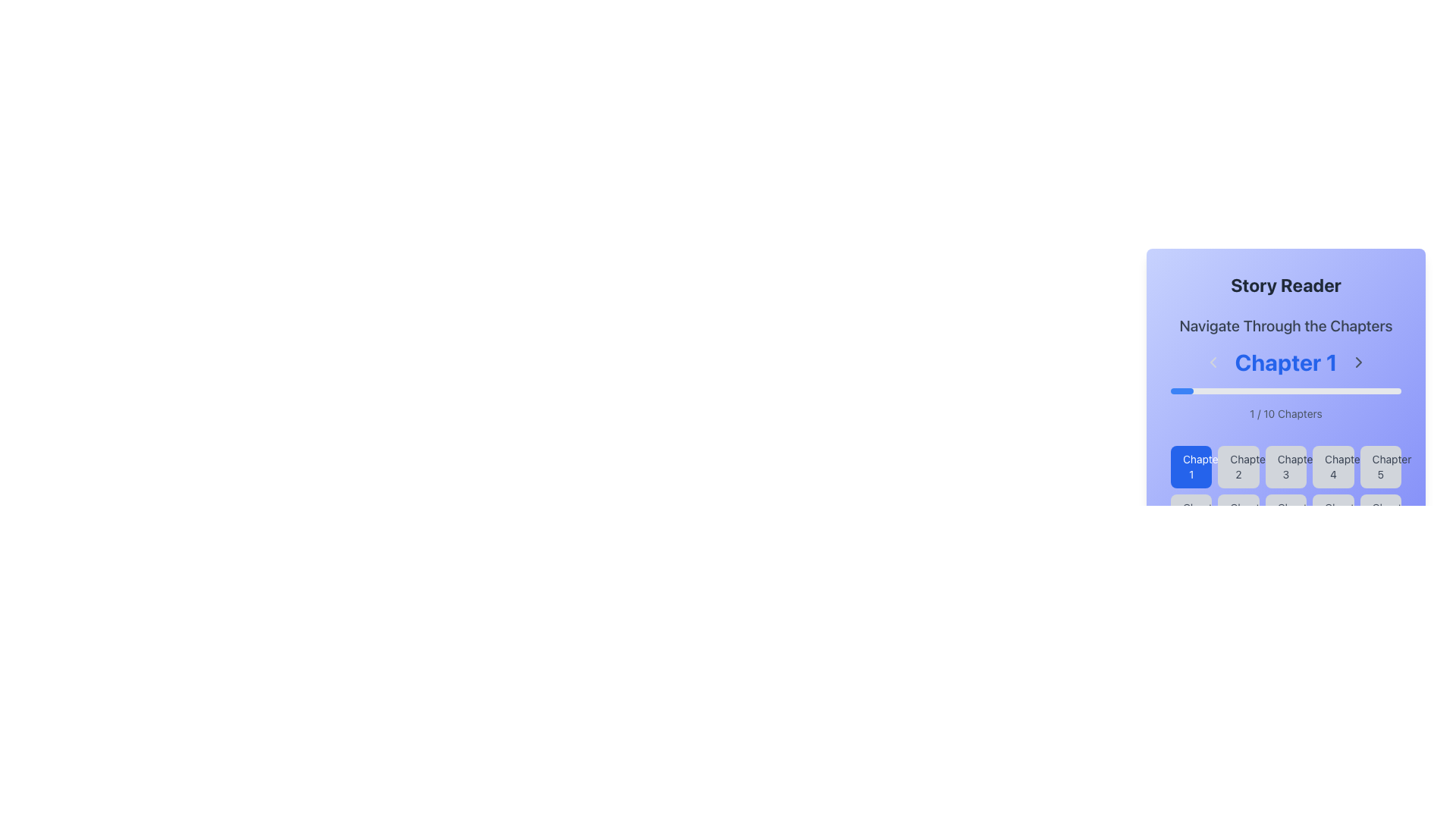 This screenshot has height=819, width=1456. What do you see at coordinates (1181, 391) in the screenshot?
I see `progress indicator that shows 10% progress as a filled blue bar, located at the left edge of the overall progress bar` at bounding box center [1181, 391].